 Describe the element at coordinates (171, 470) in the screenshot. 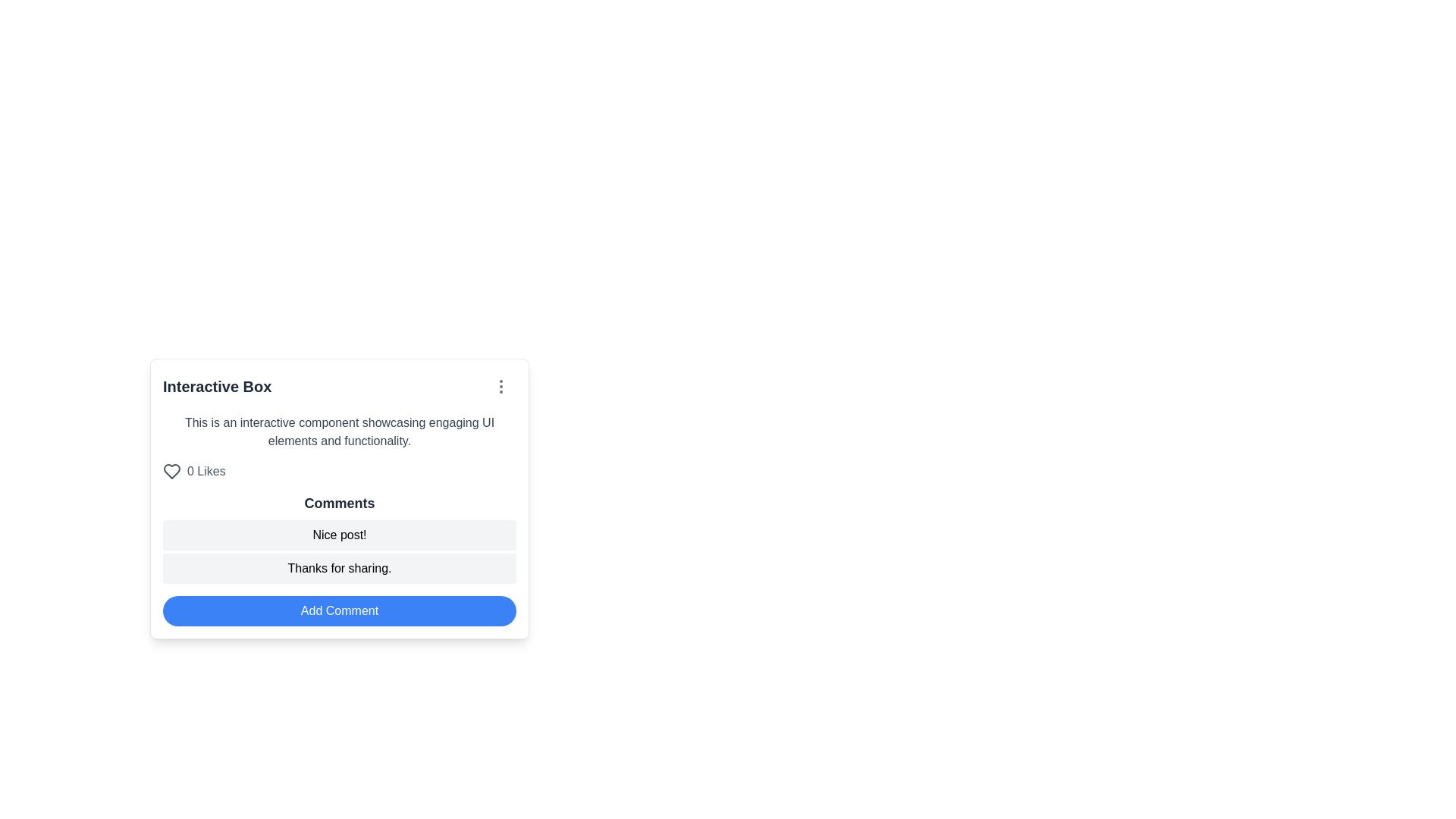

I see `the 'like' icon located to the immediate left of the text '0 Likes'` at that location.